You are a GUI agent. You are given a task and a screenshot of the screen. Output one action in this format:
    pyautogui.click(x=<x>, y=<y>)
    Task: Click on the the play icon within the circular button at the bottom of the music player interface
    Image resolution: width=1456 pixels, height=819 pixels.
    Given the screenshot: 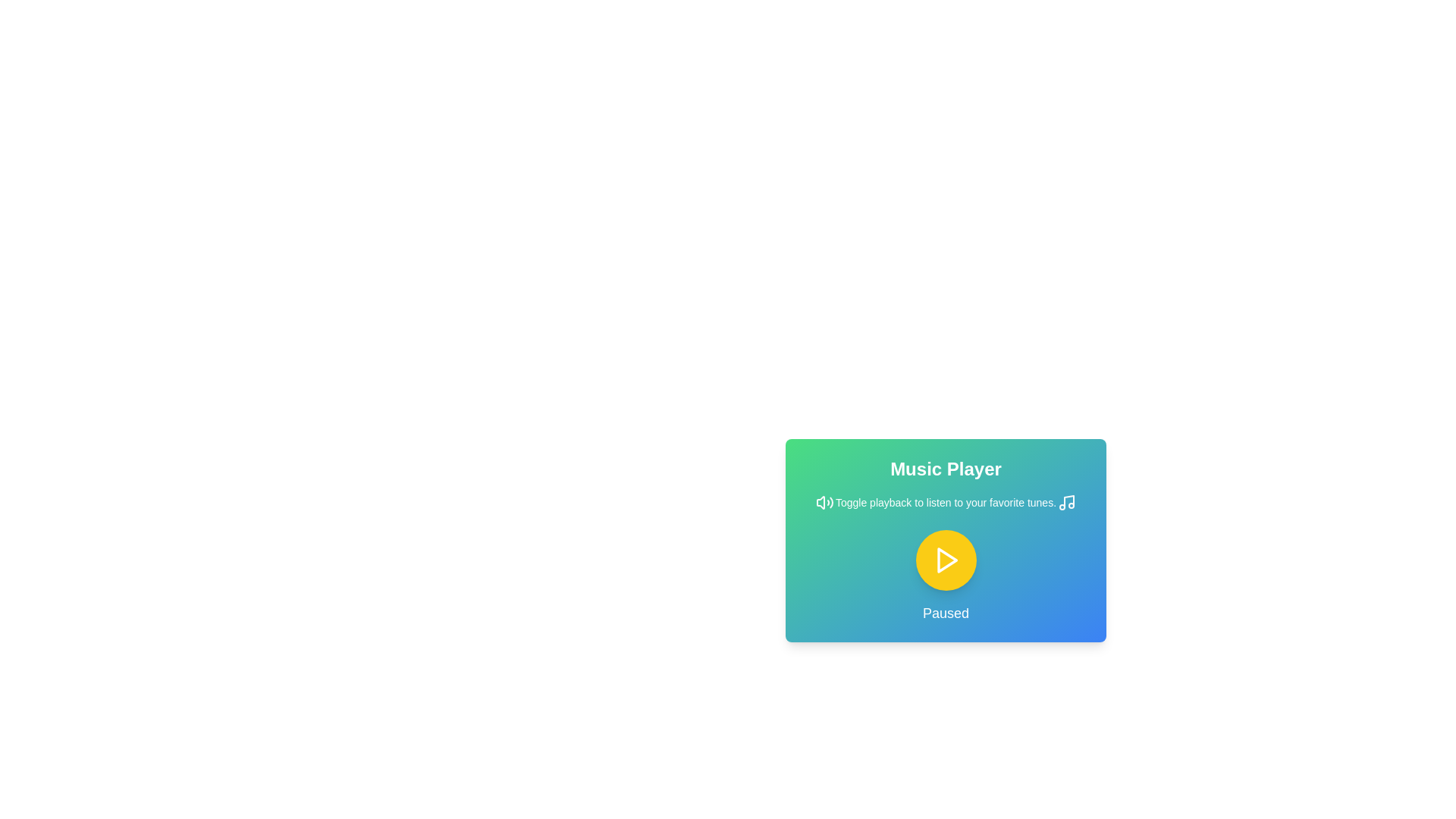 What is the action you would take?
    pyautogui.click(x=946, y=560)
    